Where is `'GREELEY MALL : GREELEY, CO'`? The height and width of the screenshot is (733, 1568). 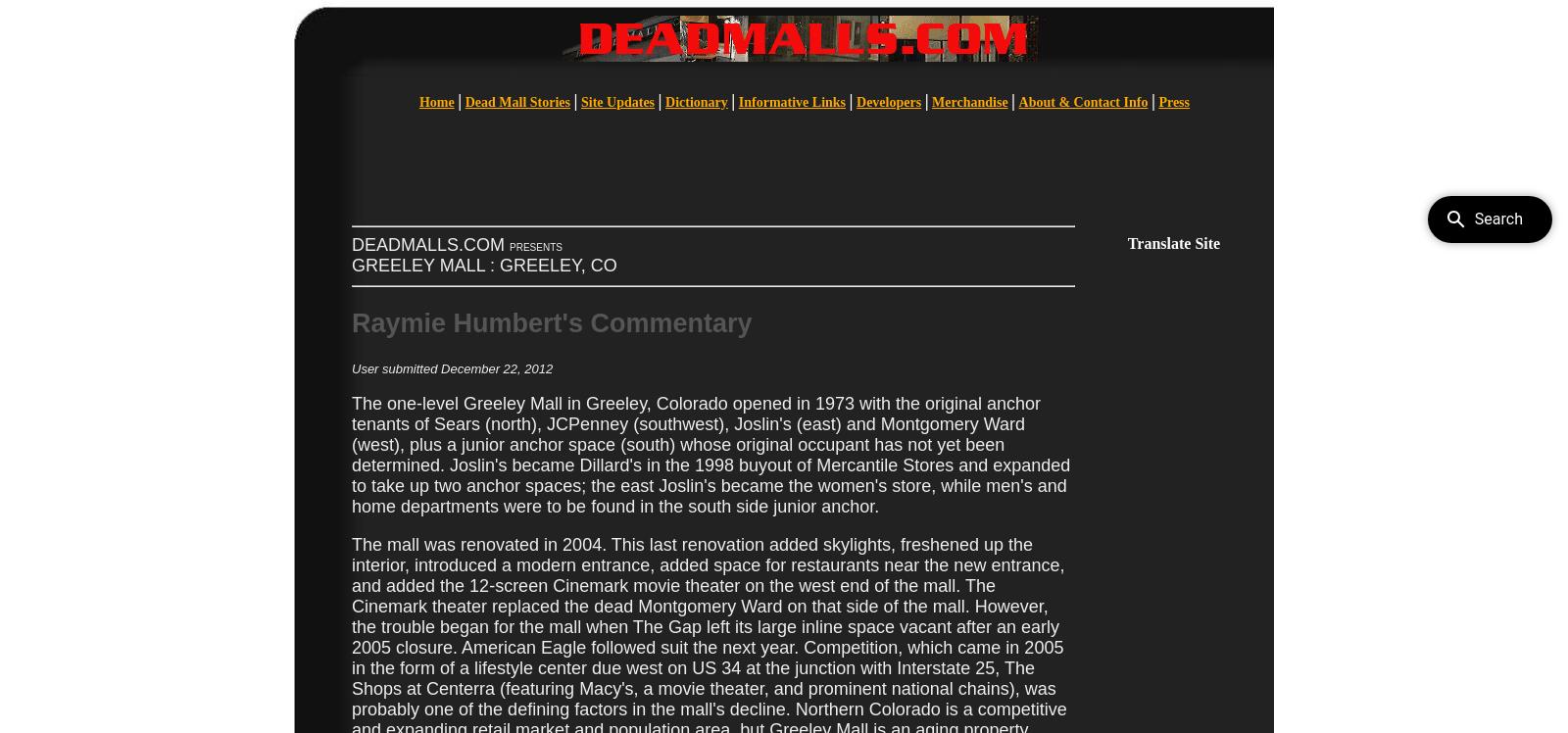
'GREELEY MALL : GREELEY, CO' is located at coordinates (352, 265).